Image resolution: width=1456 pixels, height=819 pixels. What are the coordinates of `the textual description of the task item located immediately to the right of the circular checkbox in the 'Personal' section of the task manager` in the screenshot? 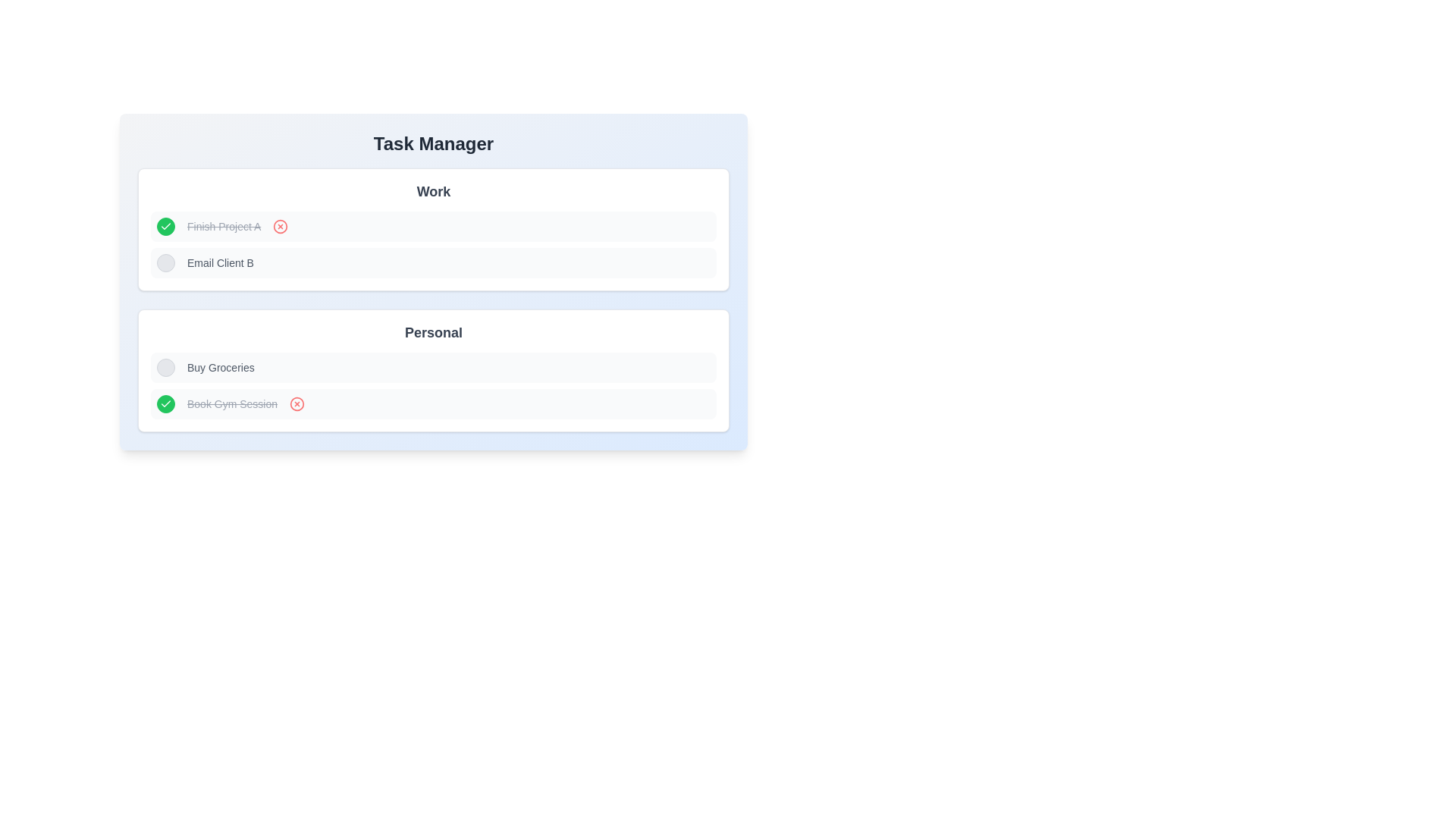 It's located at (220, 368).